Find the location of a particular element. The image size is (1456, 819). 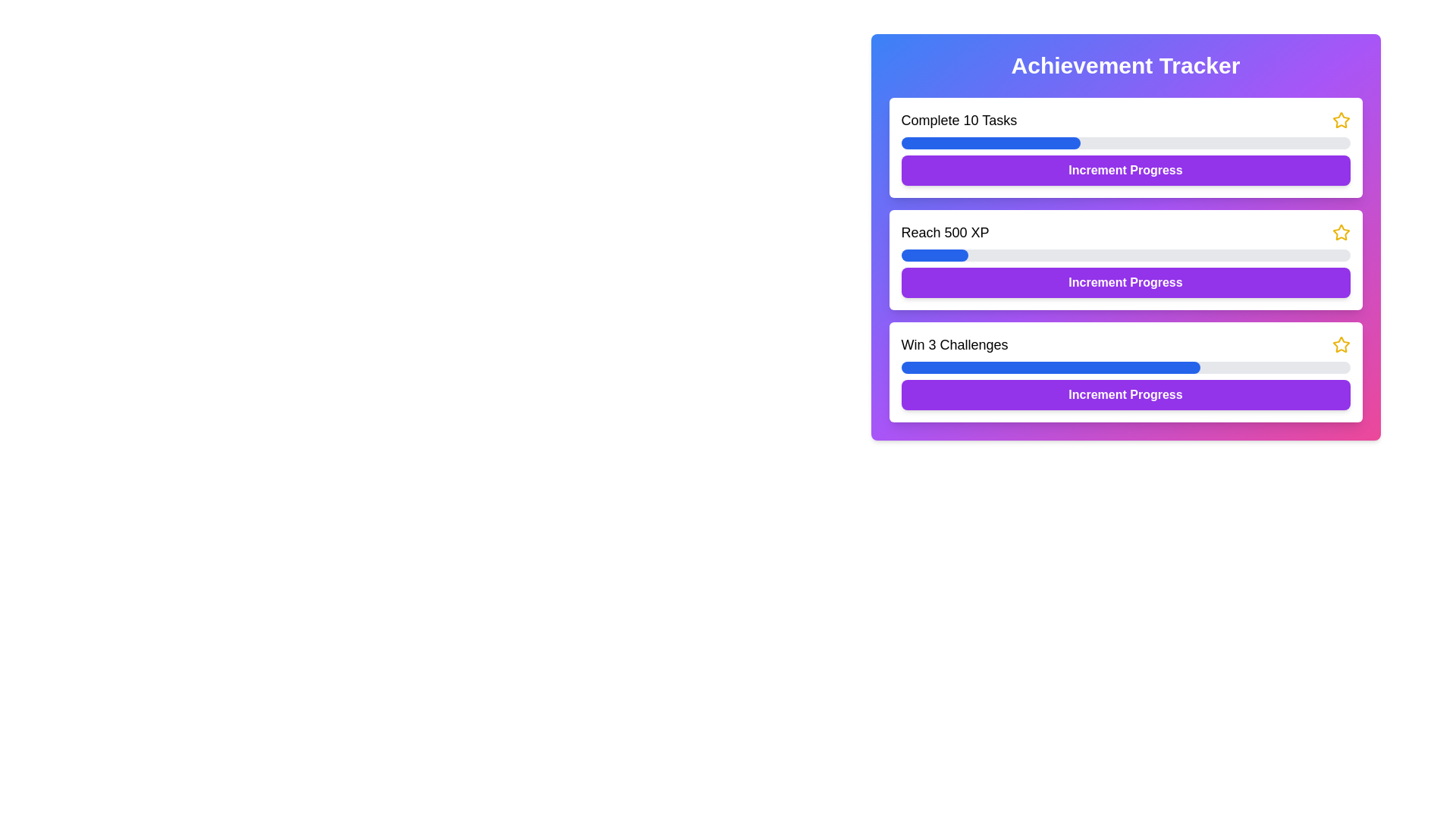

the purple 'Increment Progress' button with bold white text located within the card titled 'Complete 10 Tasks' to increment progress is located at coordinates (1125, 170).